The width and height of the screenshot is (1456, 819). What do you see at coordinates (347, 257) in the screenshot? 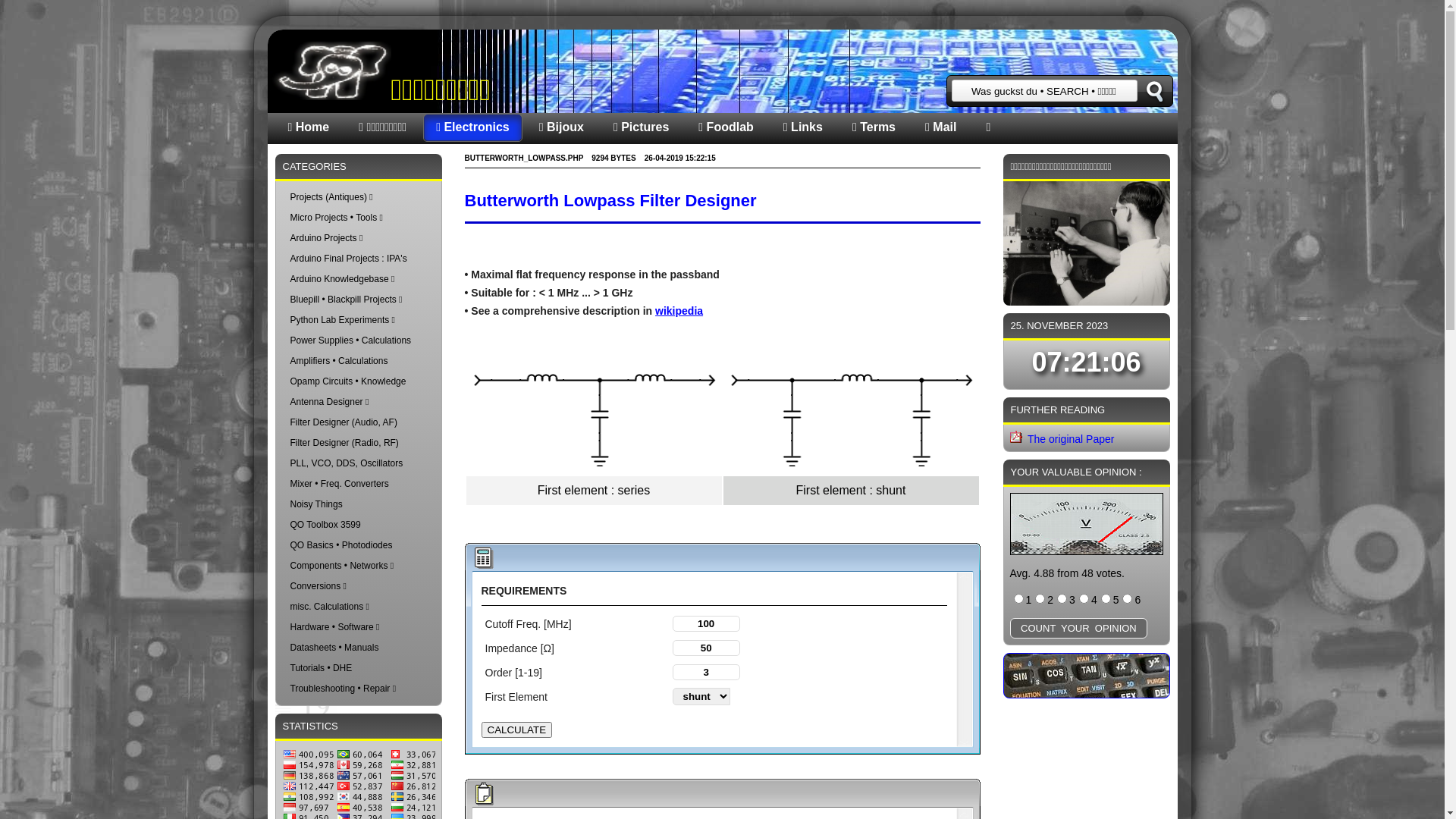
I see `'Arduino Final Projects : IPA's'` at bounding box center [347, 257].